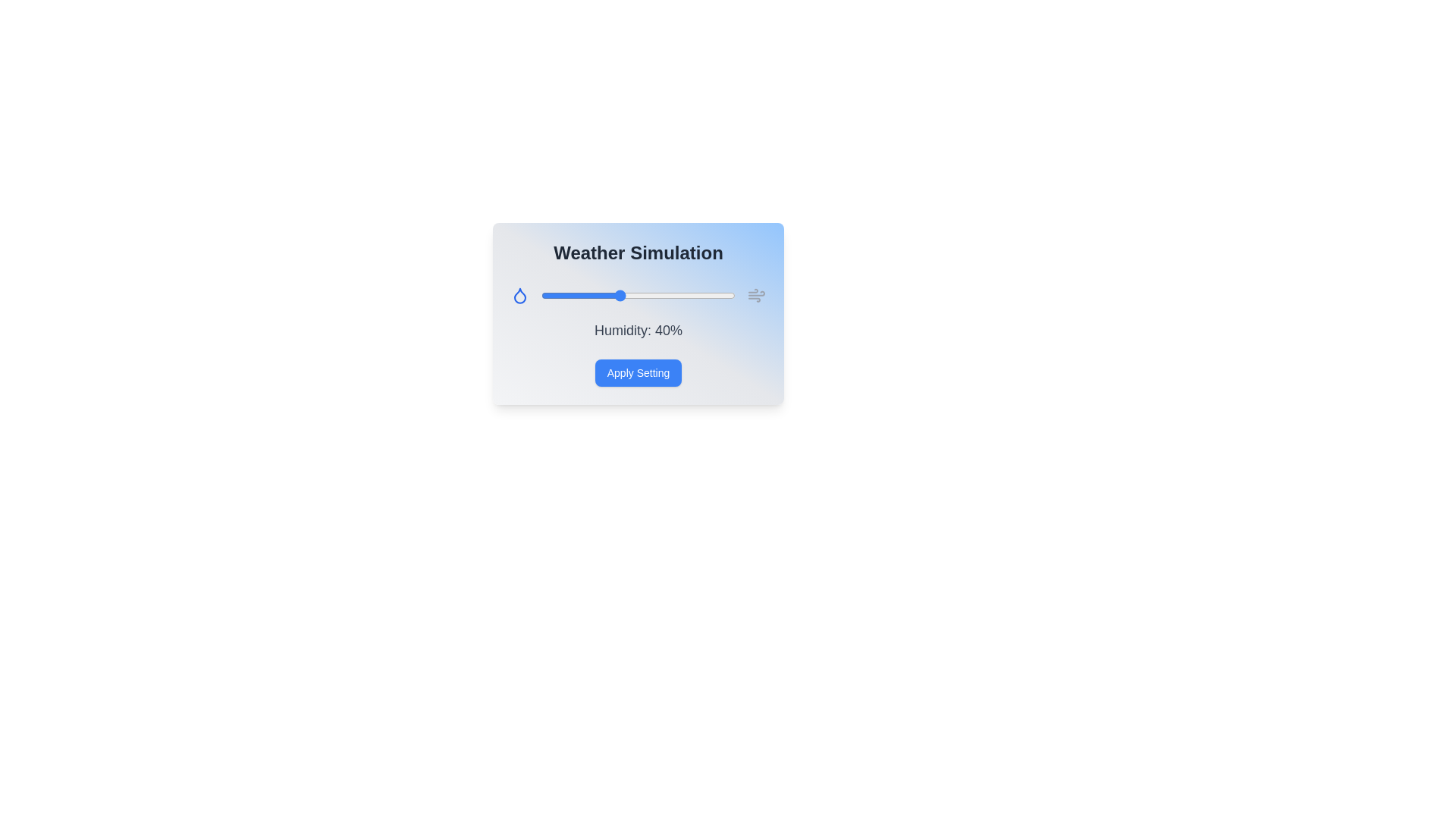 This screenshot has height=819, width=1456. Describe the element at coordinates (713, 295) in the screenshot. I see `the humidity slider to 89%` at that location.